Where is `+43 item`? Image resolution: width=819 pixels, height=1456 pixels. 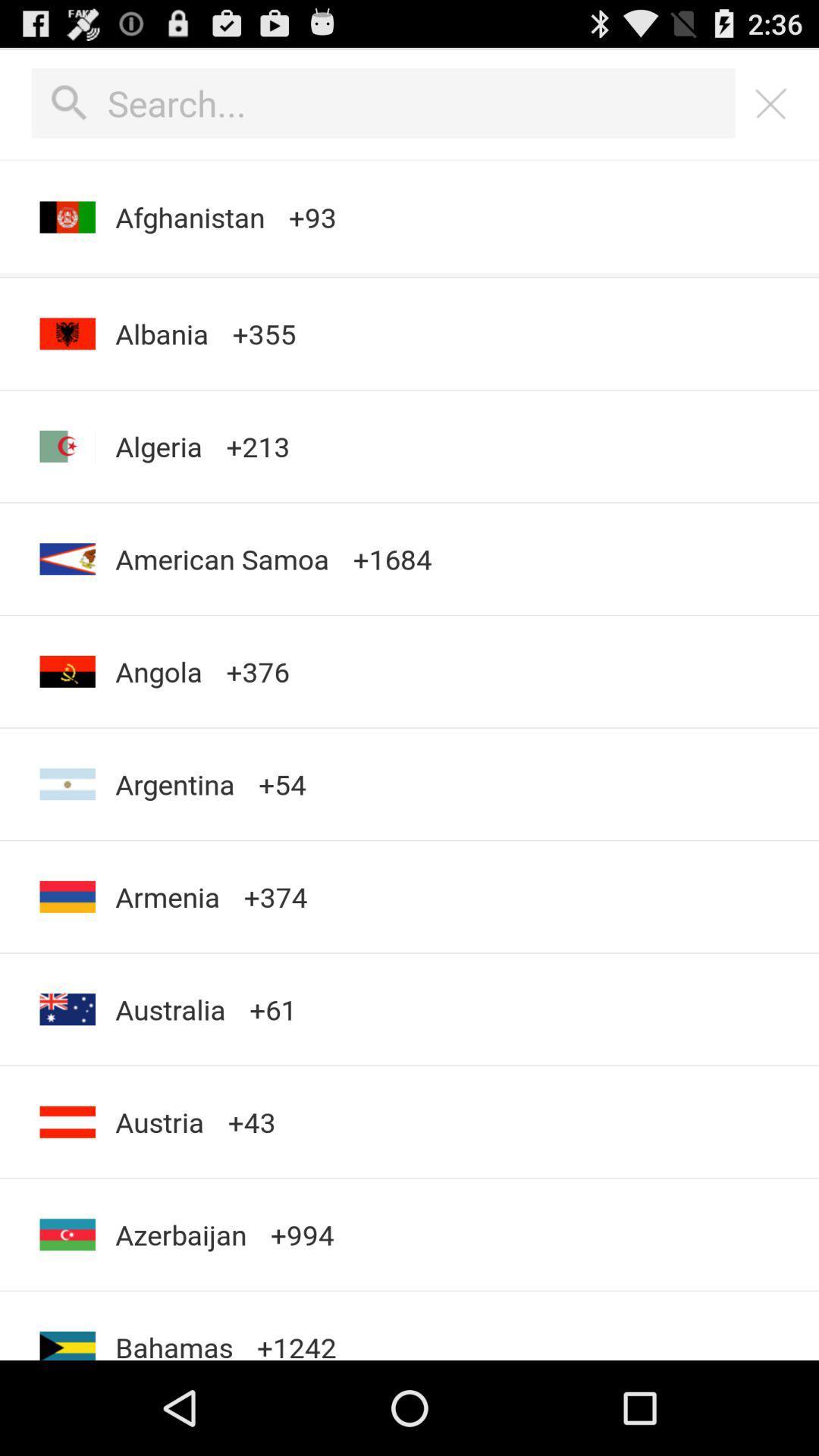
+43 item is located at coordinates (251, 1122).